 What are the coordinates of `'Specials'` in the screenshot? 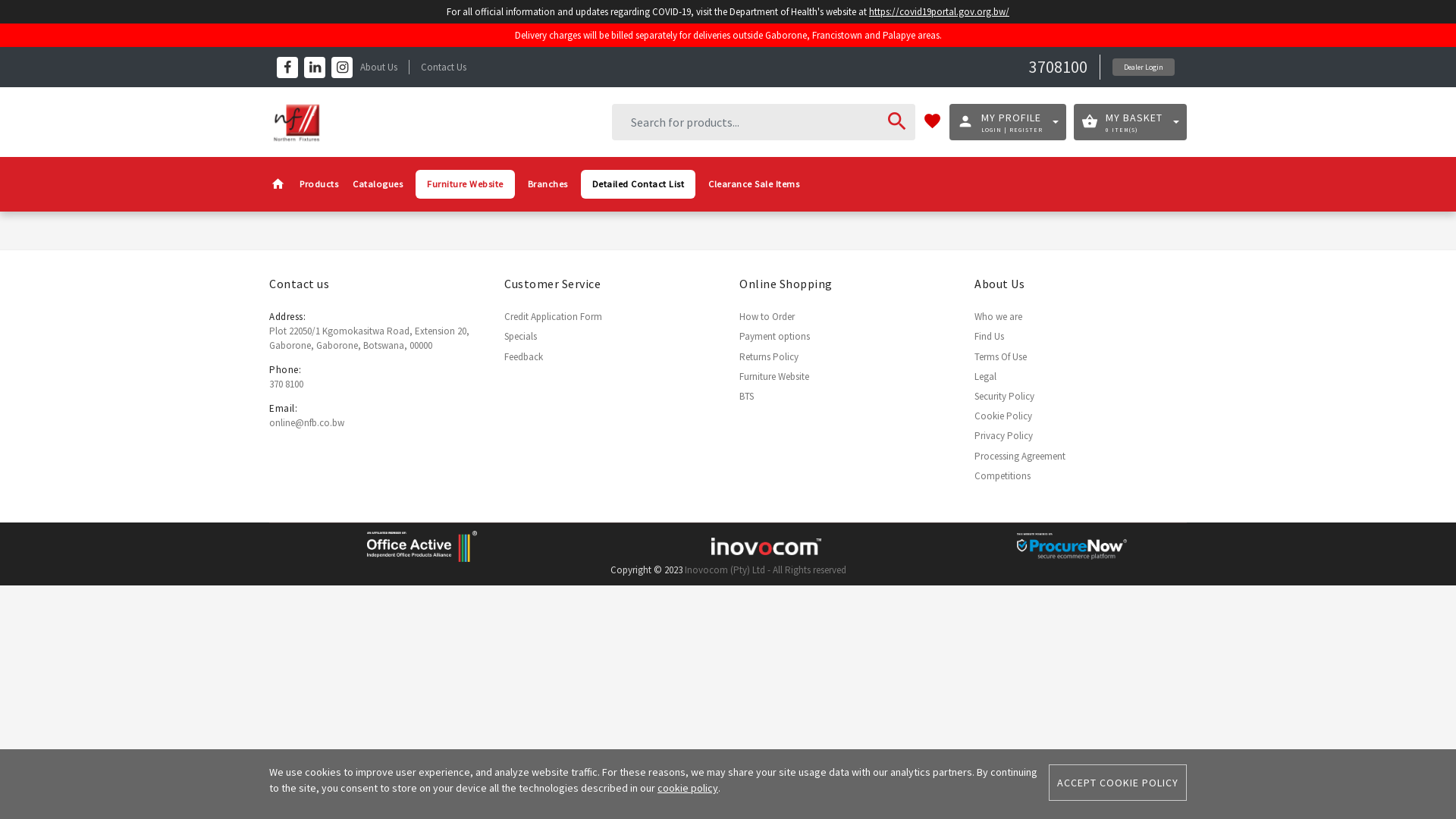 It's located at (520, 335).